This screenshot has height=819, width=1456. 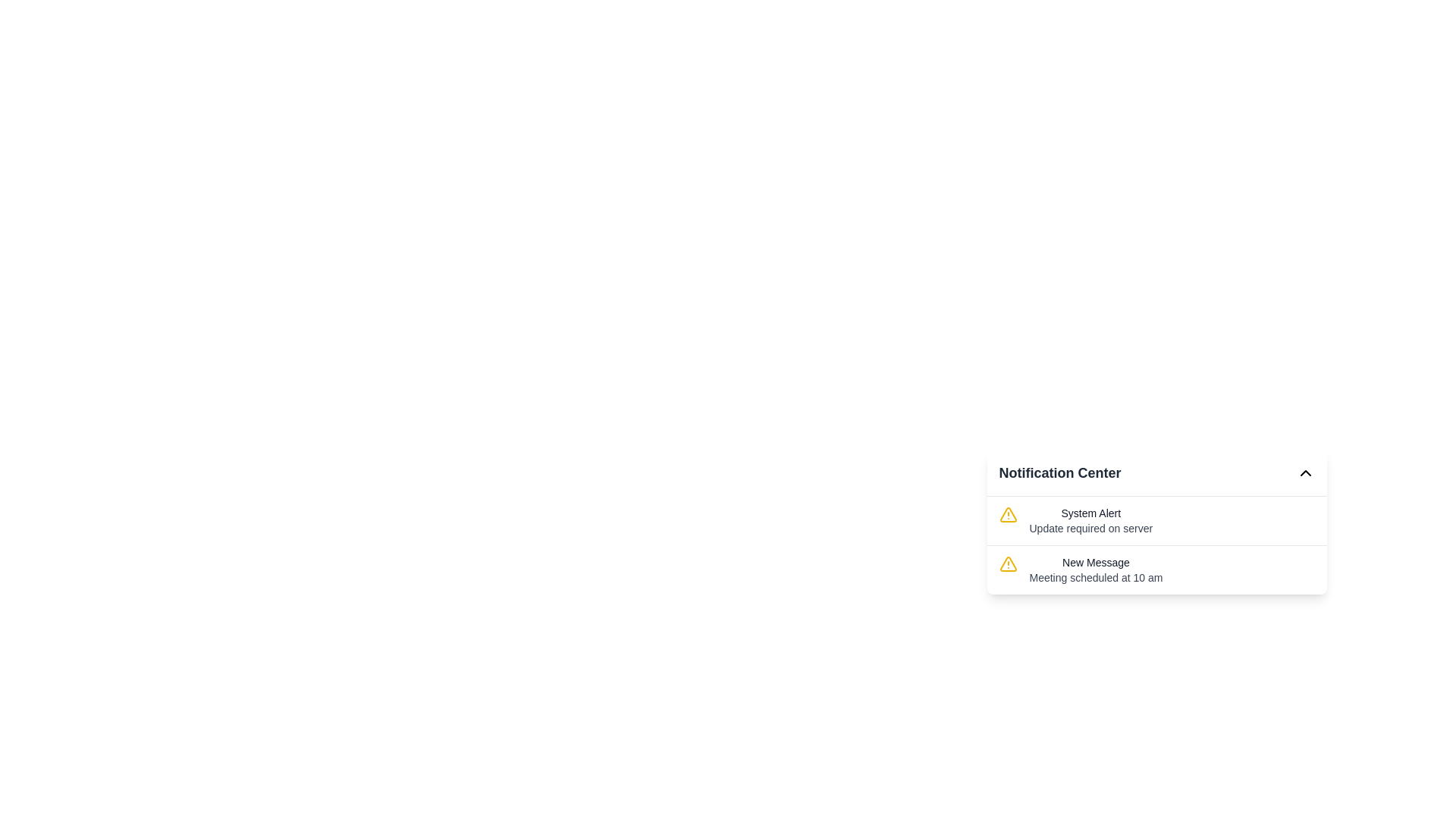 What do you see at coordinates (1096, 578) in the screenshot?
I see `the text label that reads 'Meeting scheduled at 10 am', which is located beneath the title 'New Message' in a notification card on the right side of the interface` at bounding box center [1096, 578].